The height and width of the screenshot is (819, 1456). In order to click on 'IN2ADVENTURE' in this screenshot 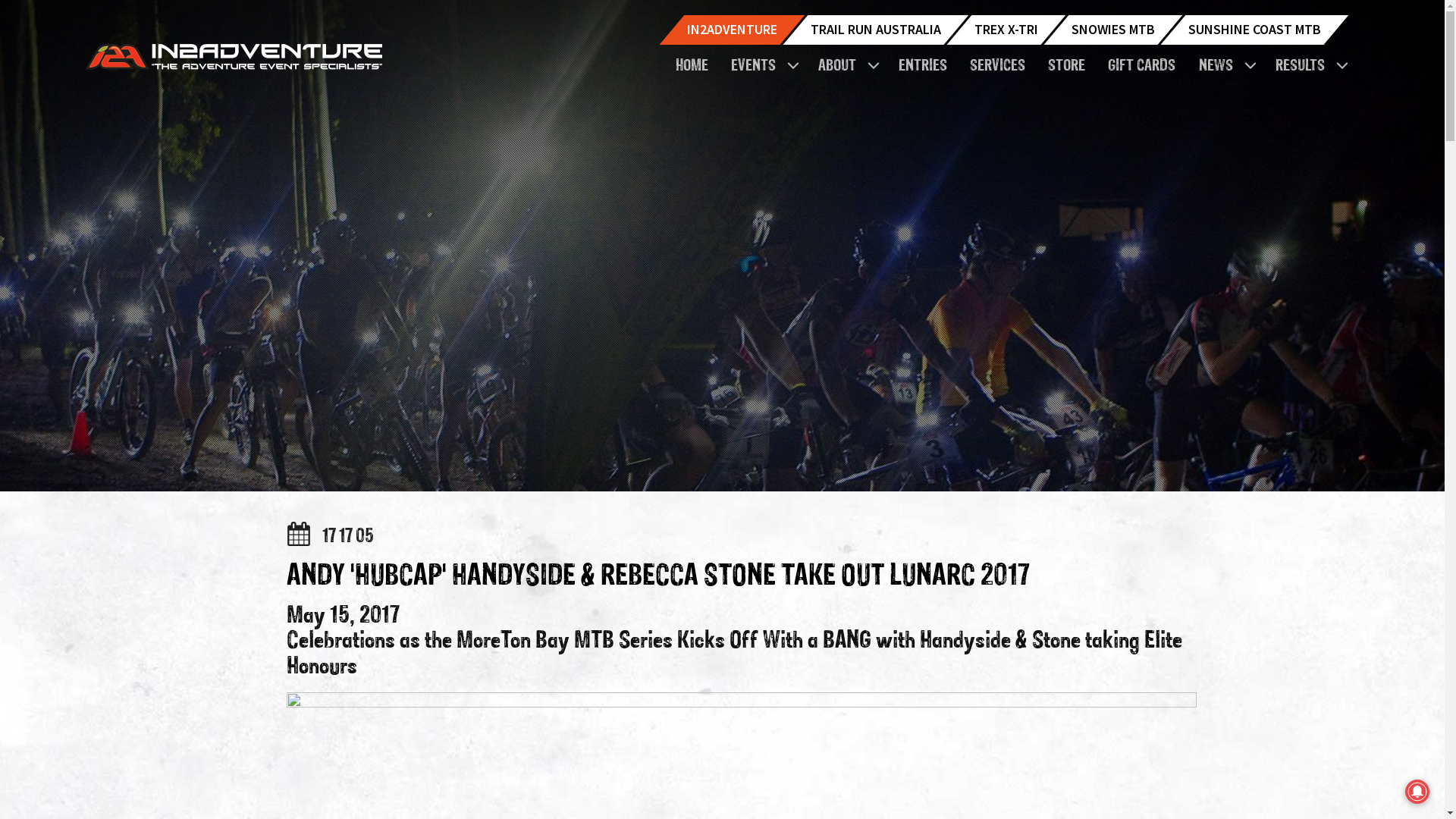, I will do `click(732, 30)`.